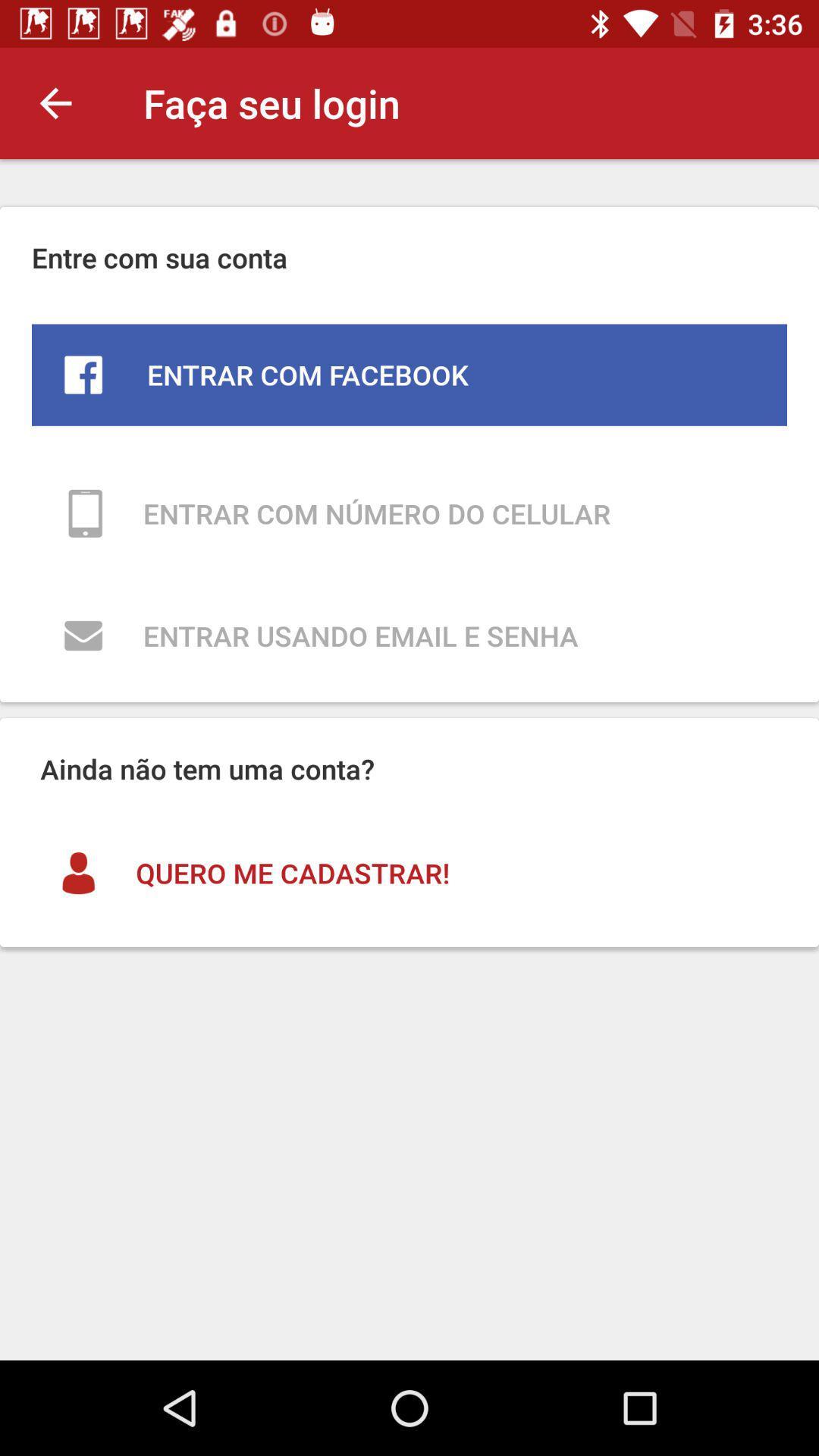  Describe the element at coordinates (55, 102) in the screenshot. I see `item above entre com sua icon` at that location.